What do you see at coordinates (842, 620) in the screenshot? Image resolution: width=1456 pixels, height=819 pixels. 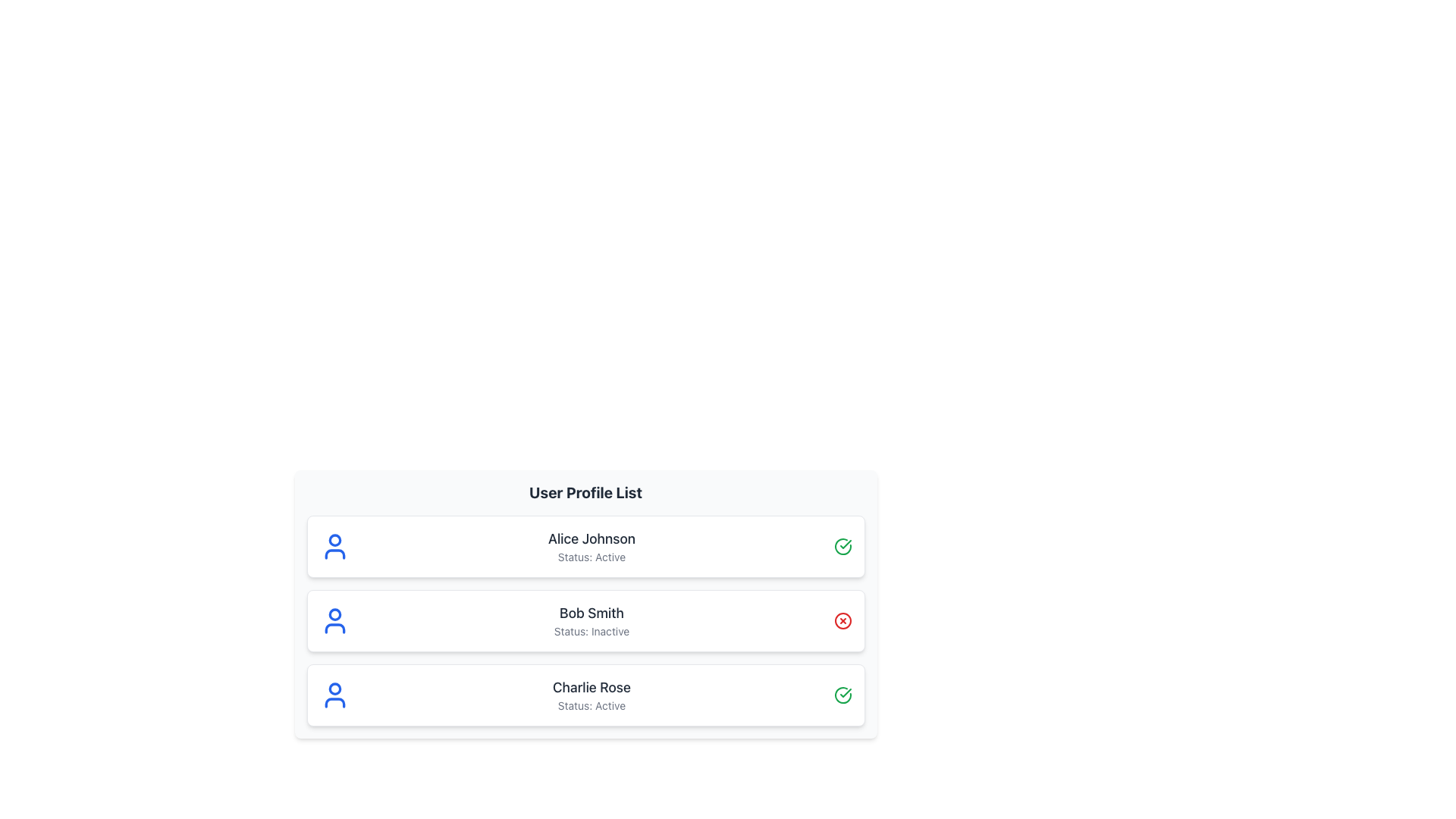 I see `the indicator icon to the right of Bob Smith's name in the user list` at bounding box center [842, 620].